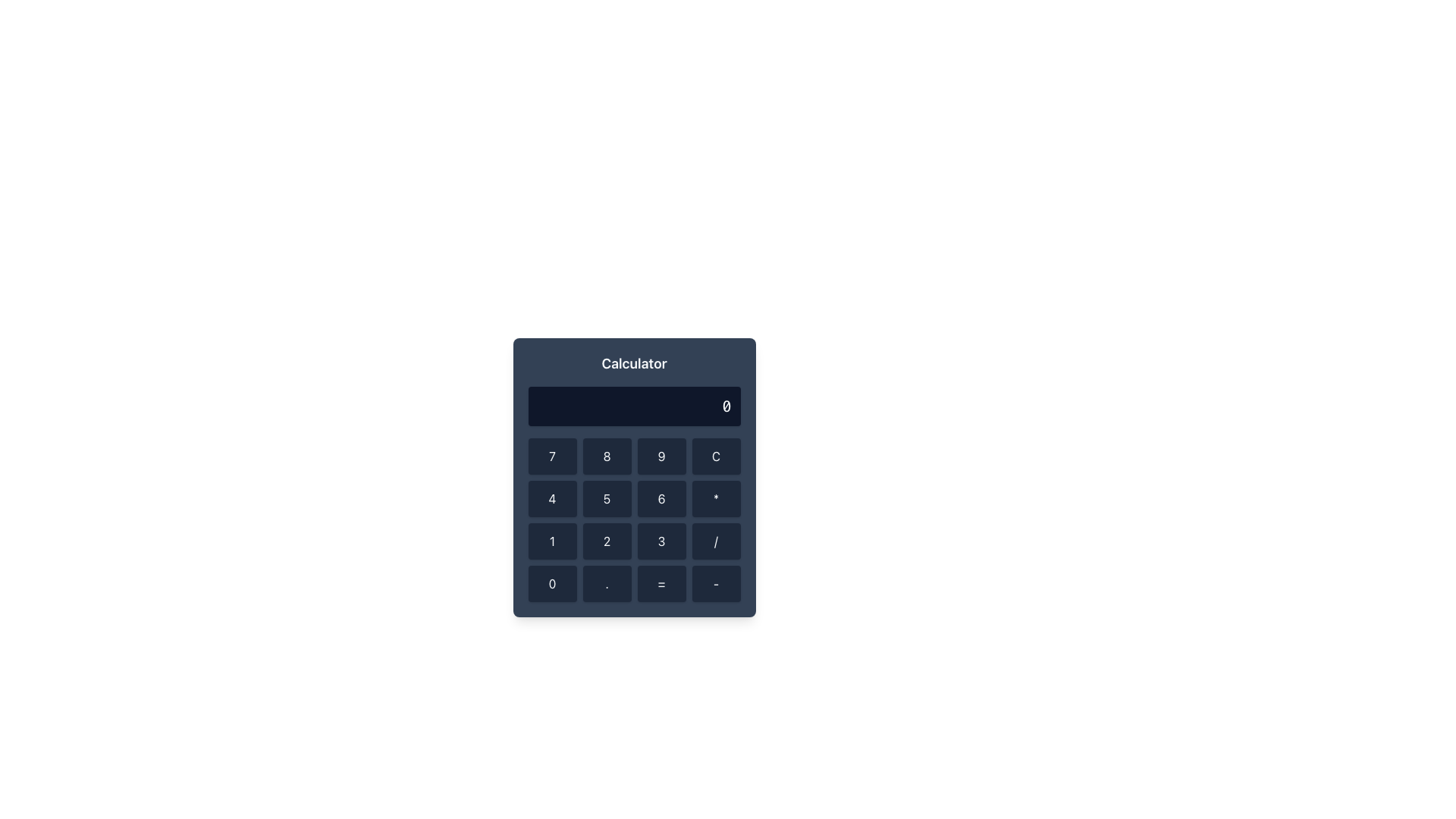 The width and height of the screenshot is (1456, 819). I want to click on the square button with rounded edges and a white number '3' centered on a dark slate background to input the digit 3, so click(661, 540).